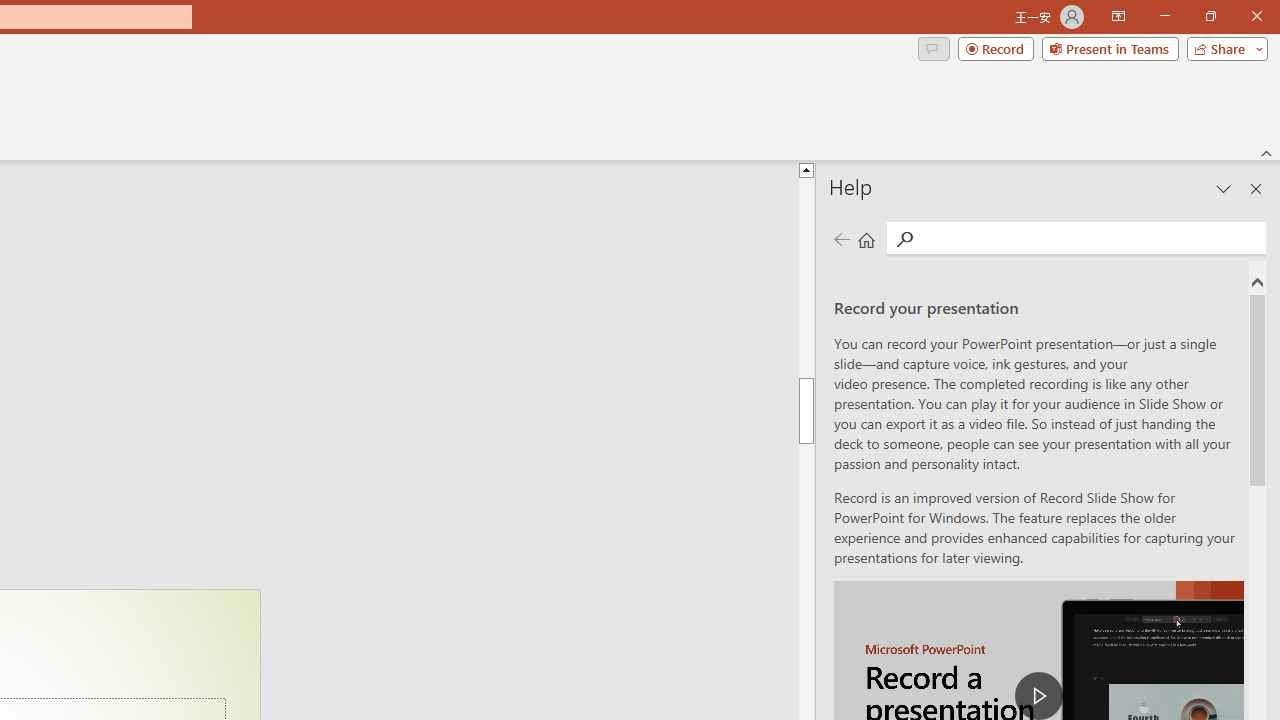 This screenshot has width=1280, height=720. I want to click on 'play Record a Presentation', so click(1038, 694).